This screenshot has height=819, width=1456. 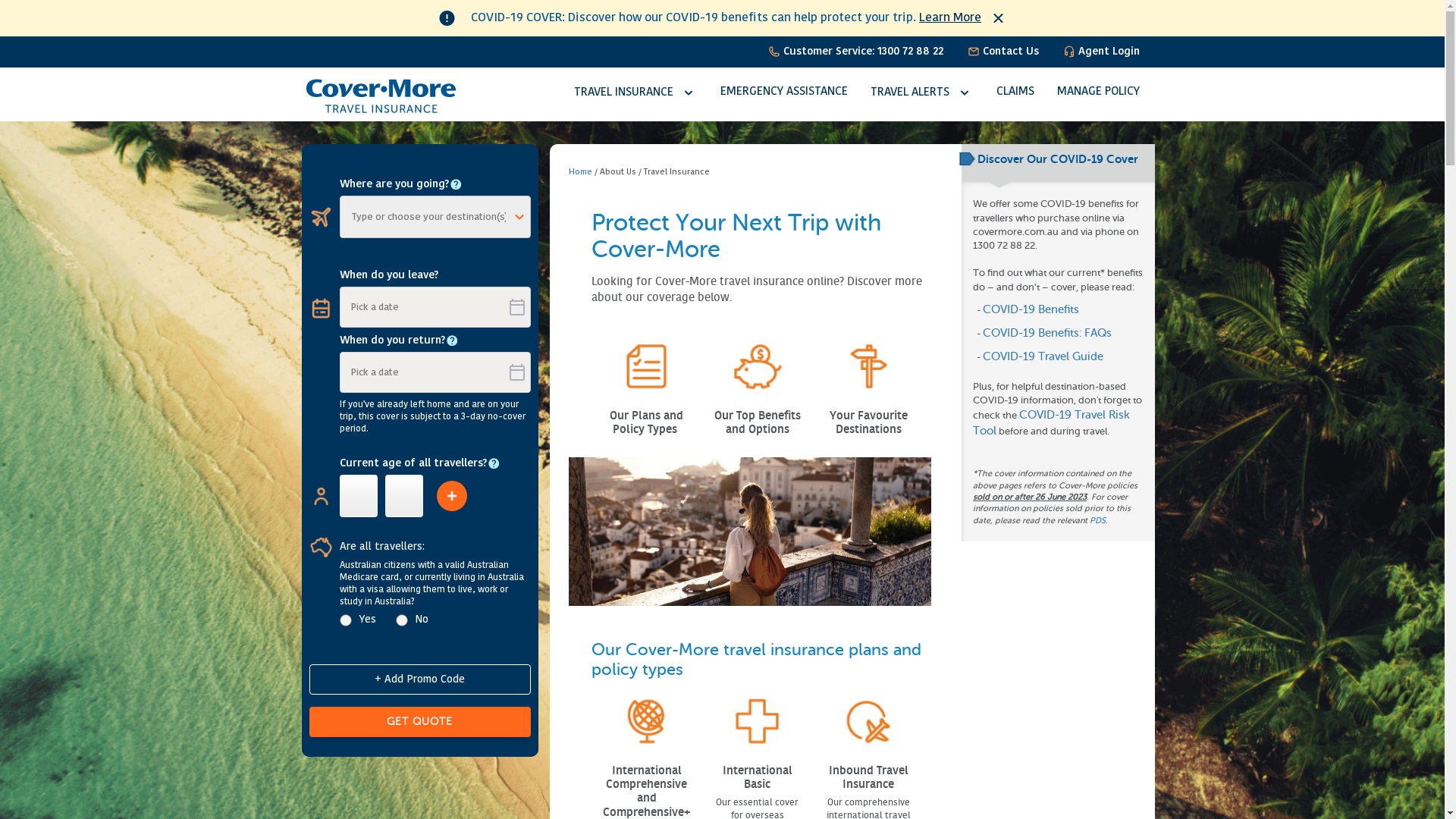 I want to click on 'COVID-19 Benefits', so click(x=1031, y=309).